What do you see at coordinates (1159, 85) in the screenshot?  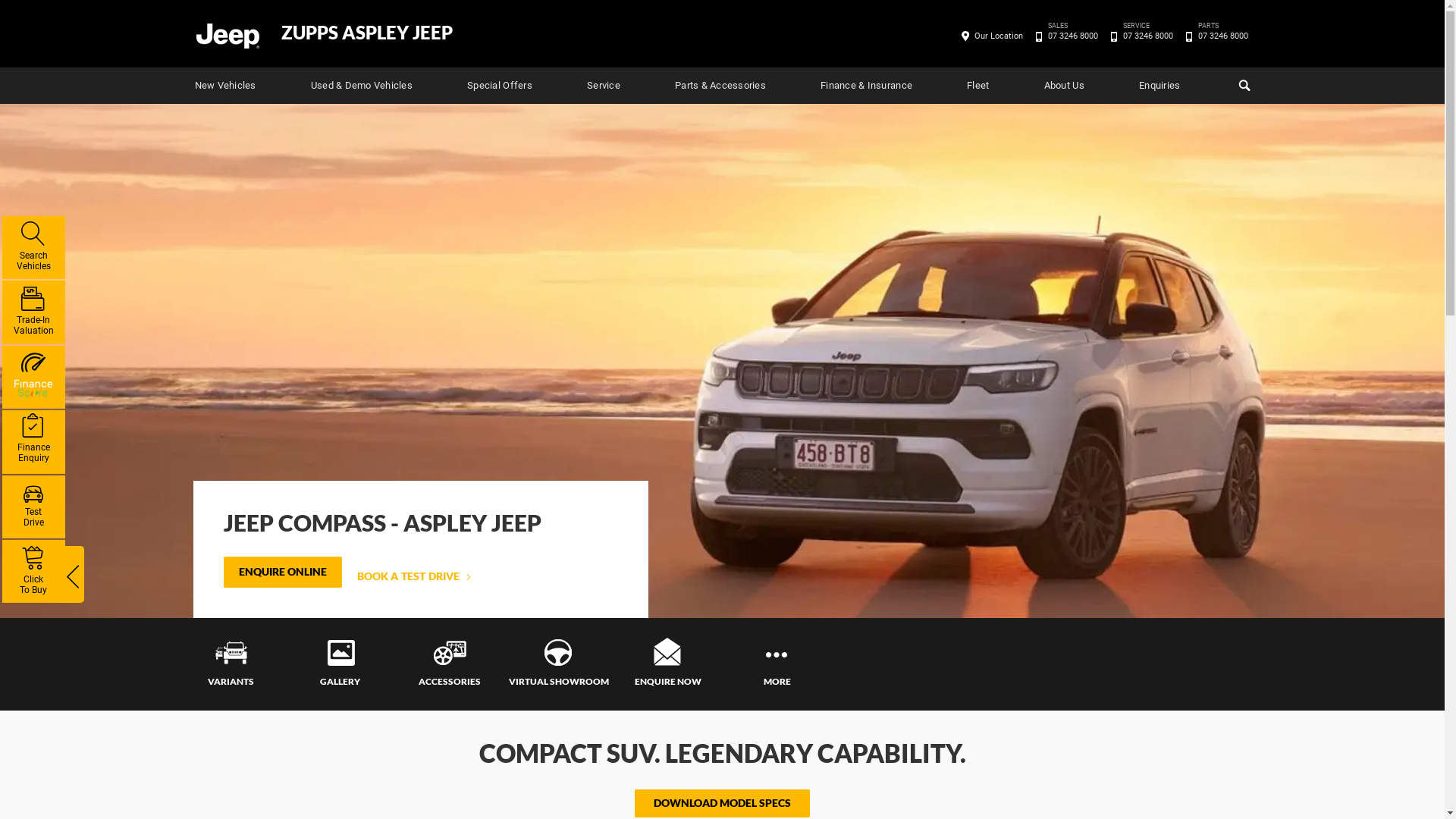 I see `'Enquiries'` at bounding box center [1159, 85].